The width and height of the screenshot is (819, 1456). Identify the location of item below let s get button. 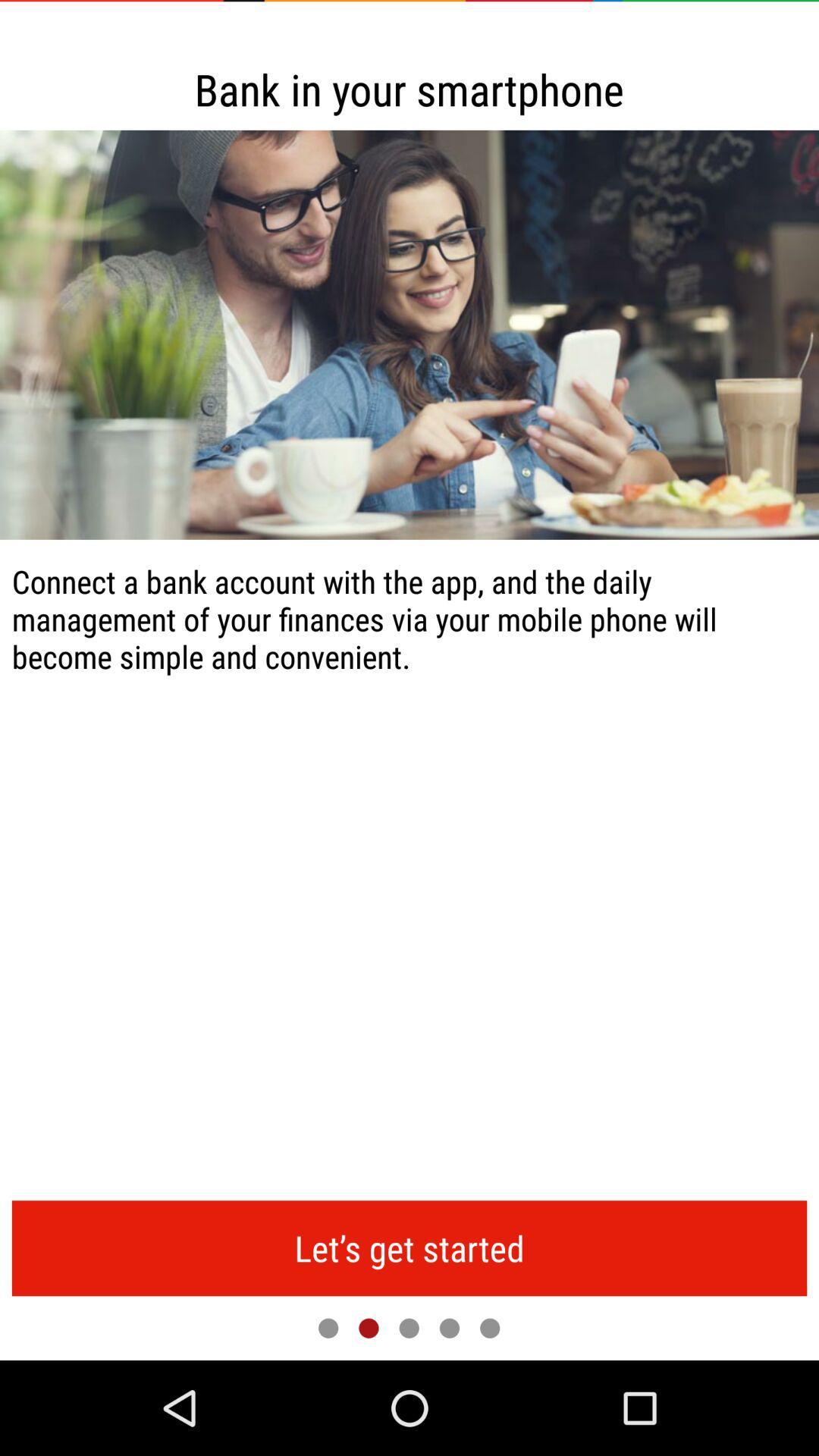
(369, 1327).